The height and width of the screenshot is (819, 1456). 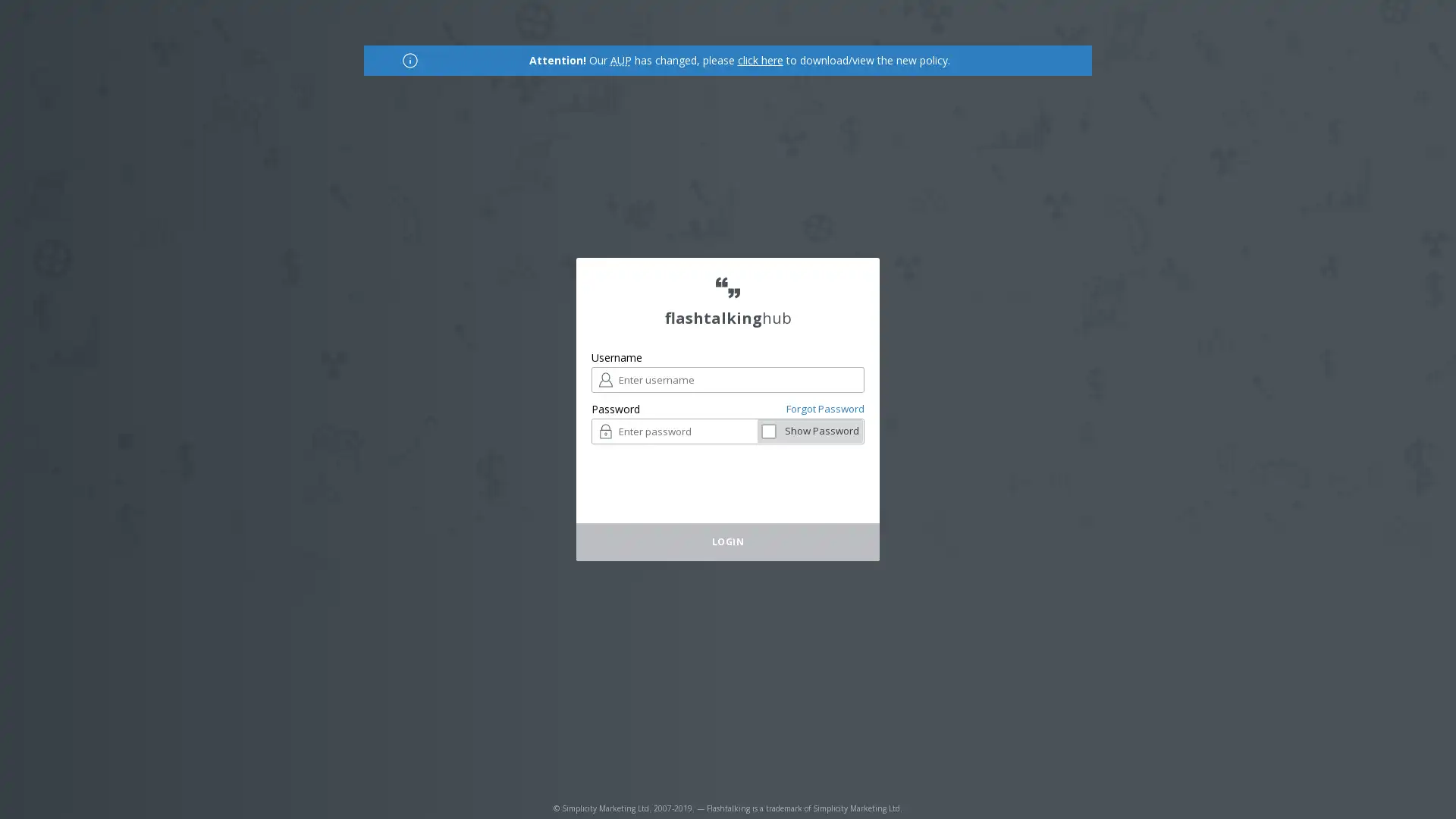 What do you see at coordinates (728, 541) in the screenshot?
I see `LOGIN` at bounding box center [728, 541].